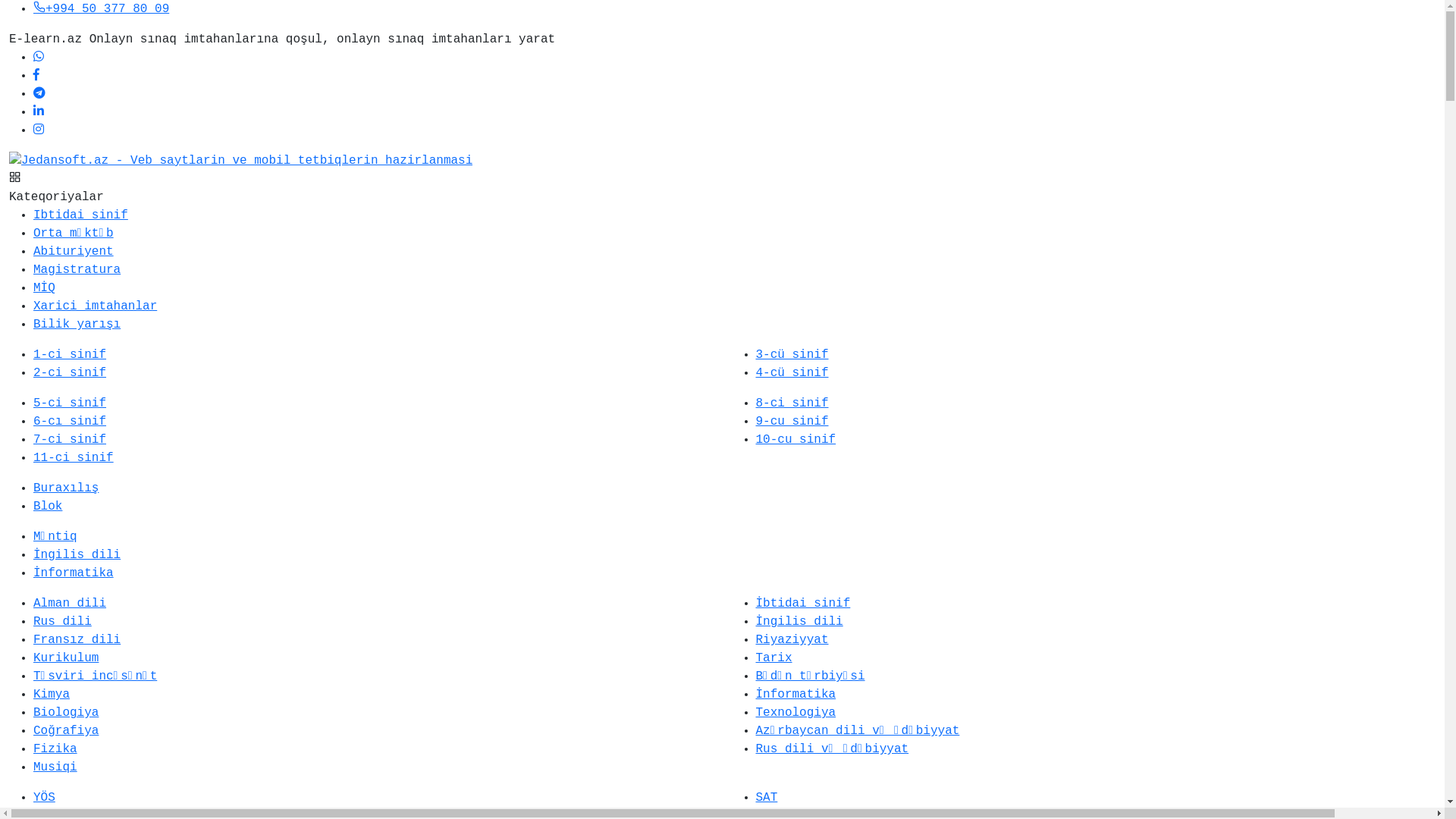 The image size is (1456, 819). What do you see at coordinates (51, 694) in the screenshot?
I see `'Kimya'` at bounding box center [51, 694].